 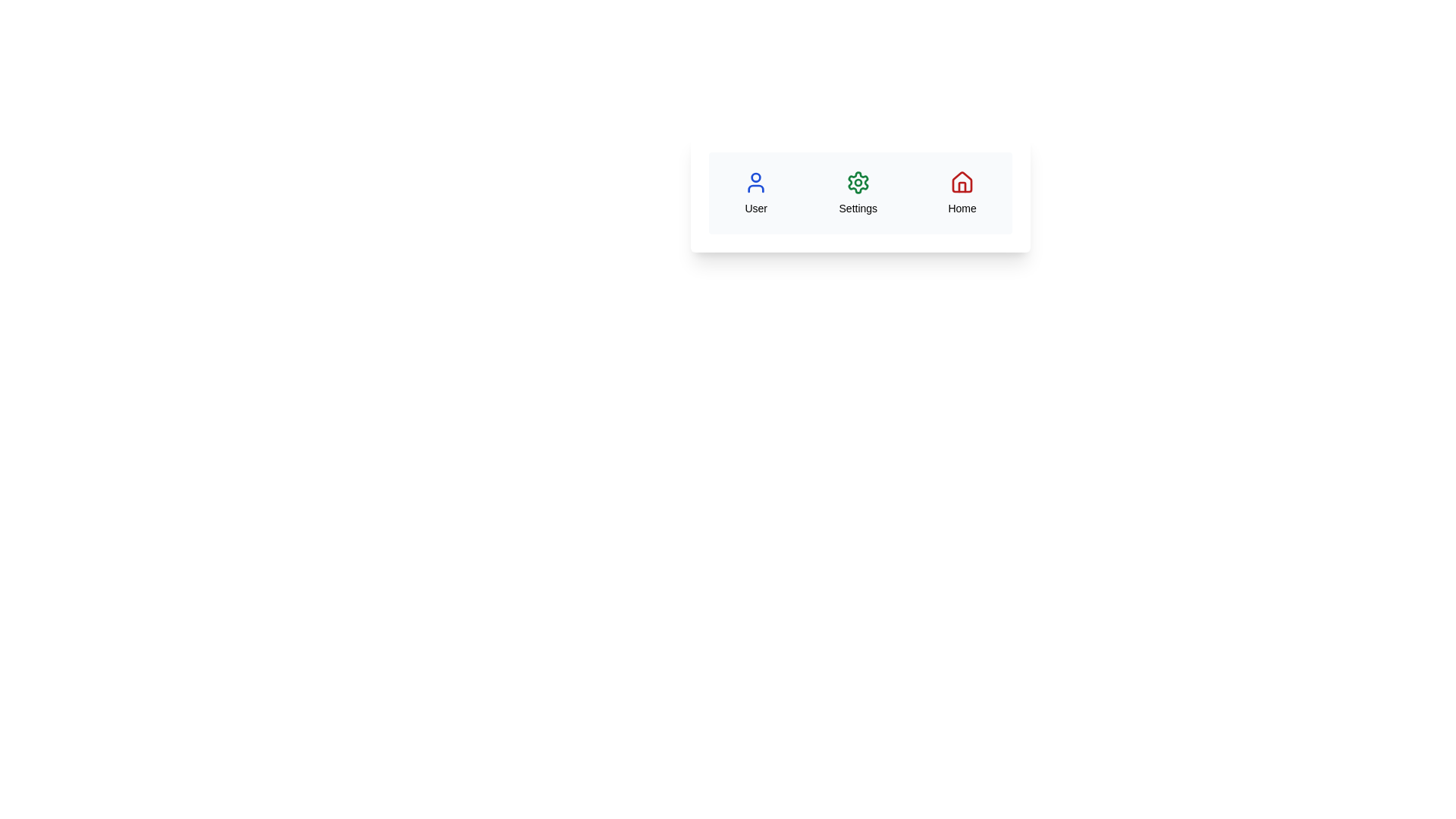 I want to click on the 'Settings' SVG graphical icon, so click(x=858, y=181).